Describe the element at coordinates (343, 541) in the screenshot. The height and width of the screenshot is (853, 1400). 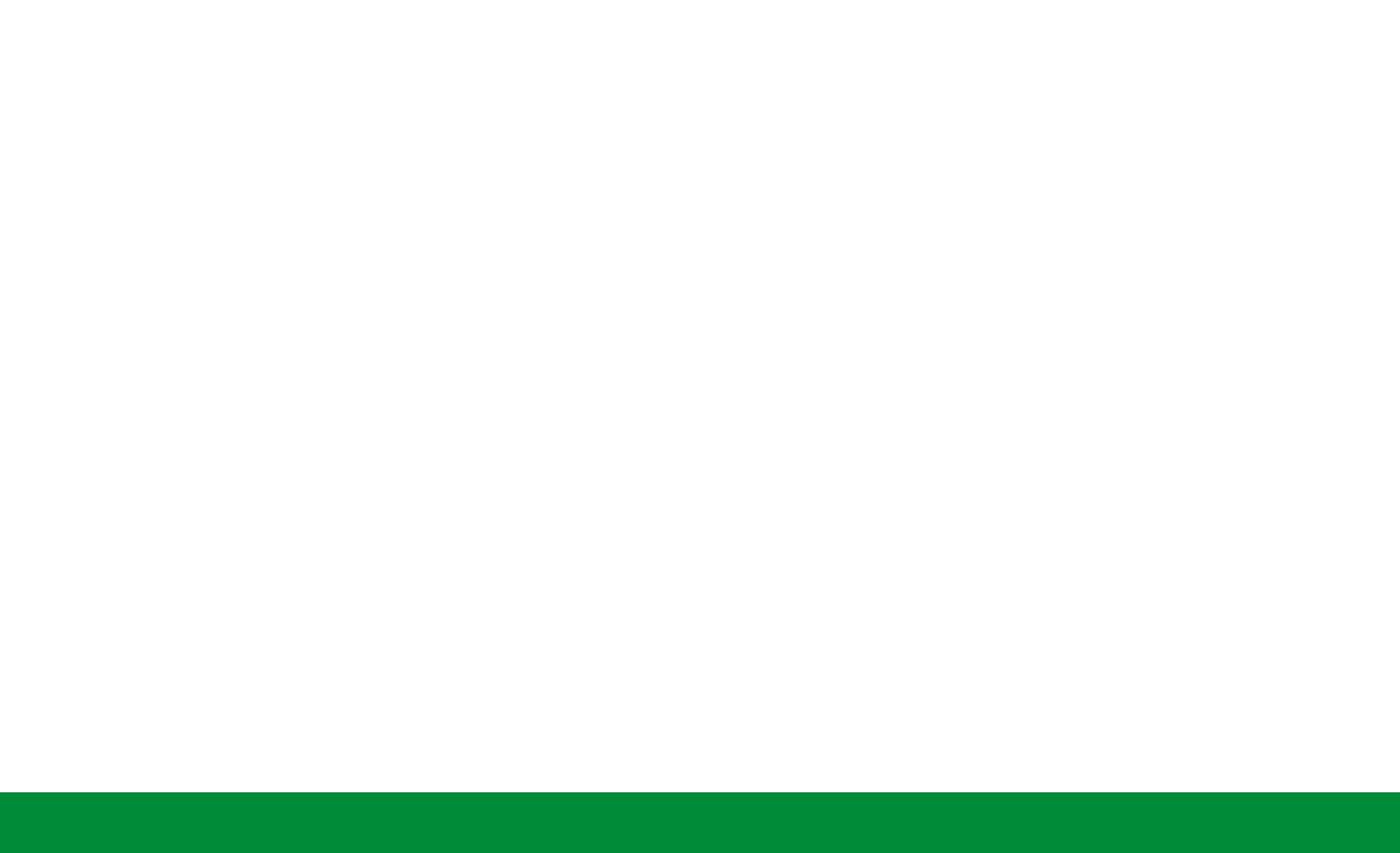
I see `'Continuous insulation with a stable and permanent insulation value'` at that location.